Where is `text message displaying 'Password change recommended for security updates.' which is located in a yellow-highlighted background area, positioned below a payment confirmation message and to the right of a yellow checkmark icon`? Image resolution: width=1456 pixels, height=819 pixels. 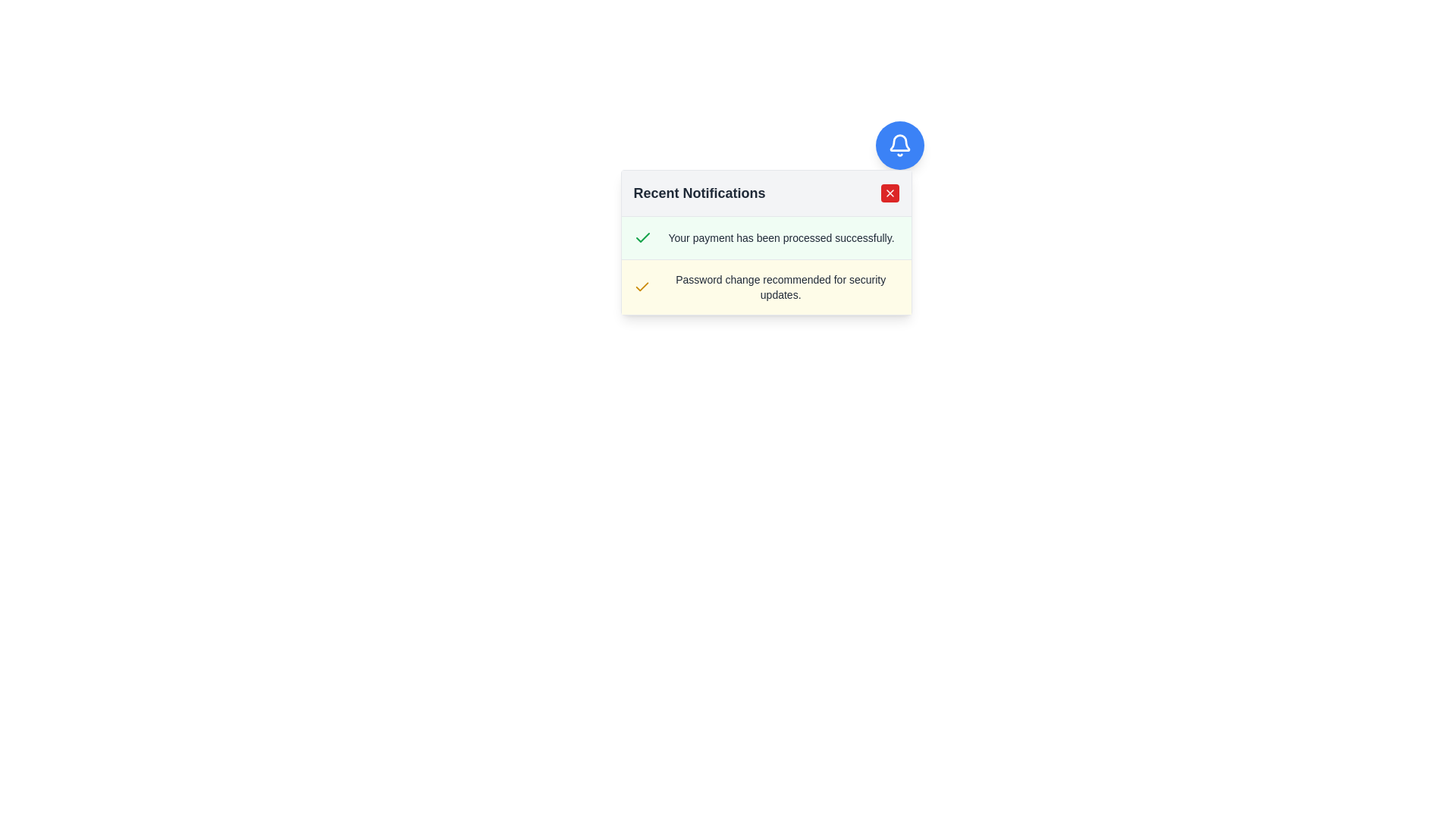 text message displaying 'Password change recommended for security updates.' which is located in a yellow-highlighted background area, positioned below a payment confirmation message and to the right of a yellow checkmark icon is located at coordinates (780, 287).